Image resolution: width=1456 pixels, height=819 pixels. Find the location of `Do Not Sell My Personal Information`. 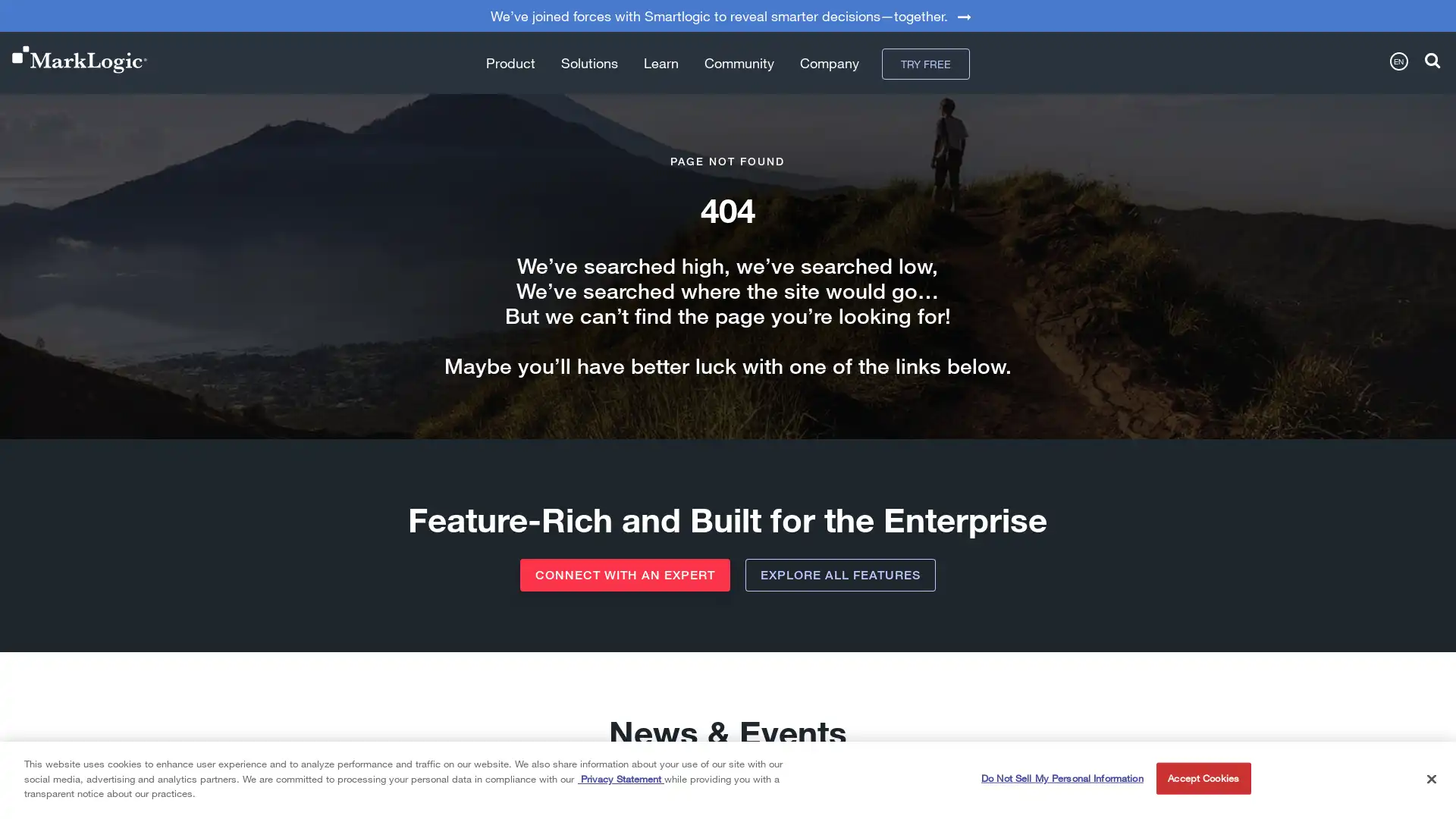

Do Not Sell My Personal Information is located at coordinates (1061, 778).